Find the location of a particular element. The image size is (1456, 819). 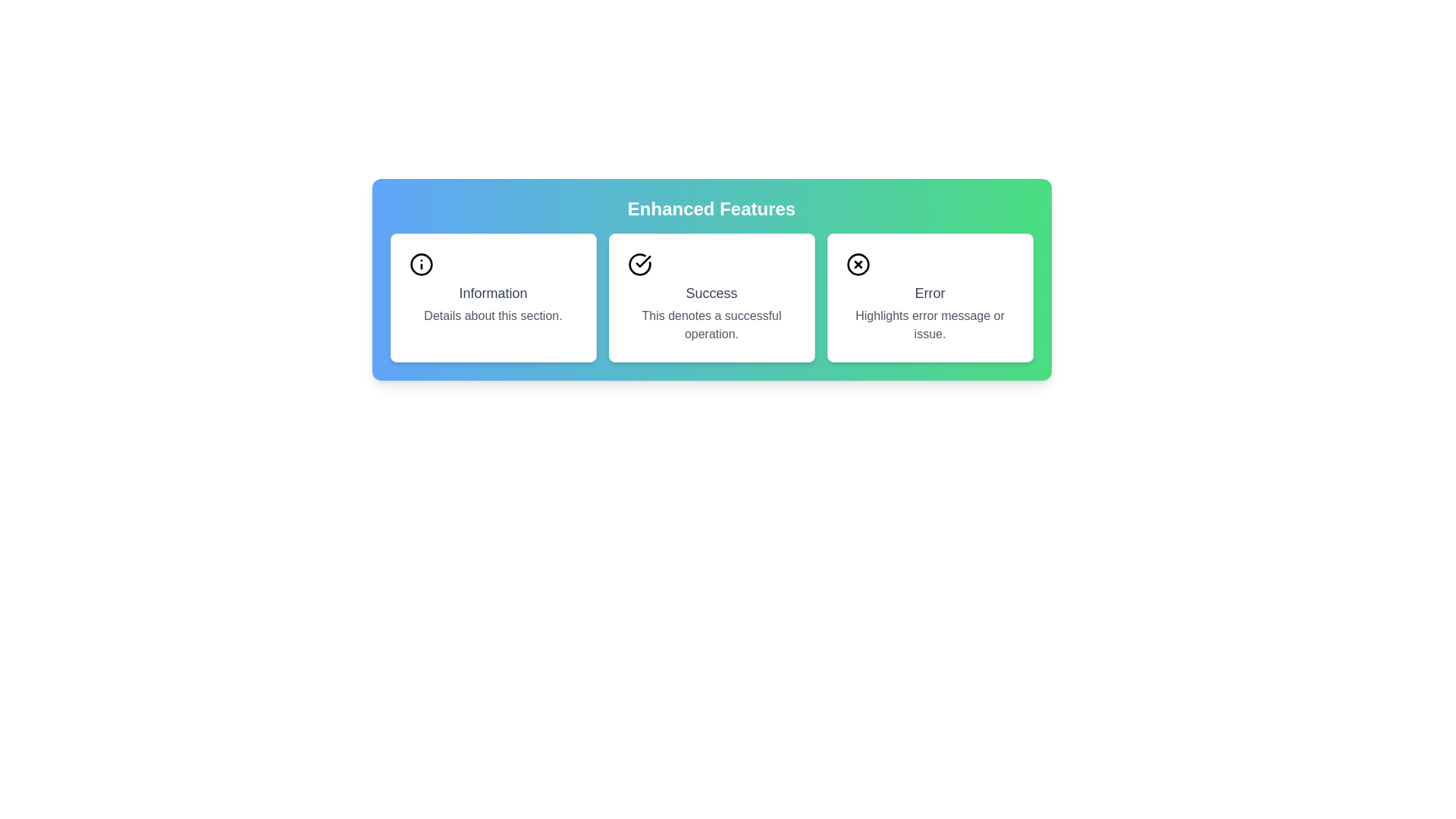

the text component containing the message 'Highlights error message or issue.' which is styled with a gray font and positioned below the 'Error' title in the third card of a horizontal row is located at coordinates (929, 324).